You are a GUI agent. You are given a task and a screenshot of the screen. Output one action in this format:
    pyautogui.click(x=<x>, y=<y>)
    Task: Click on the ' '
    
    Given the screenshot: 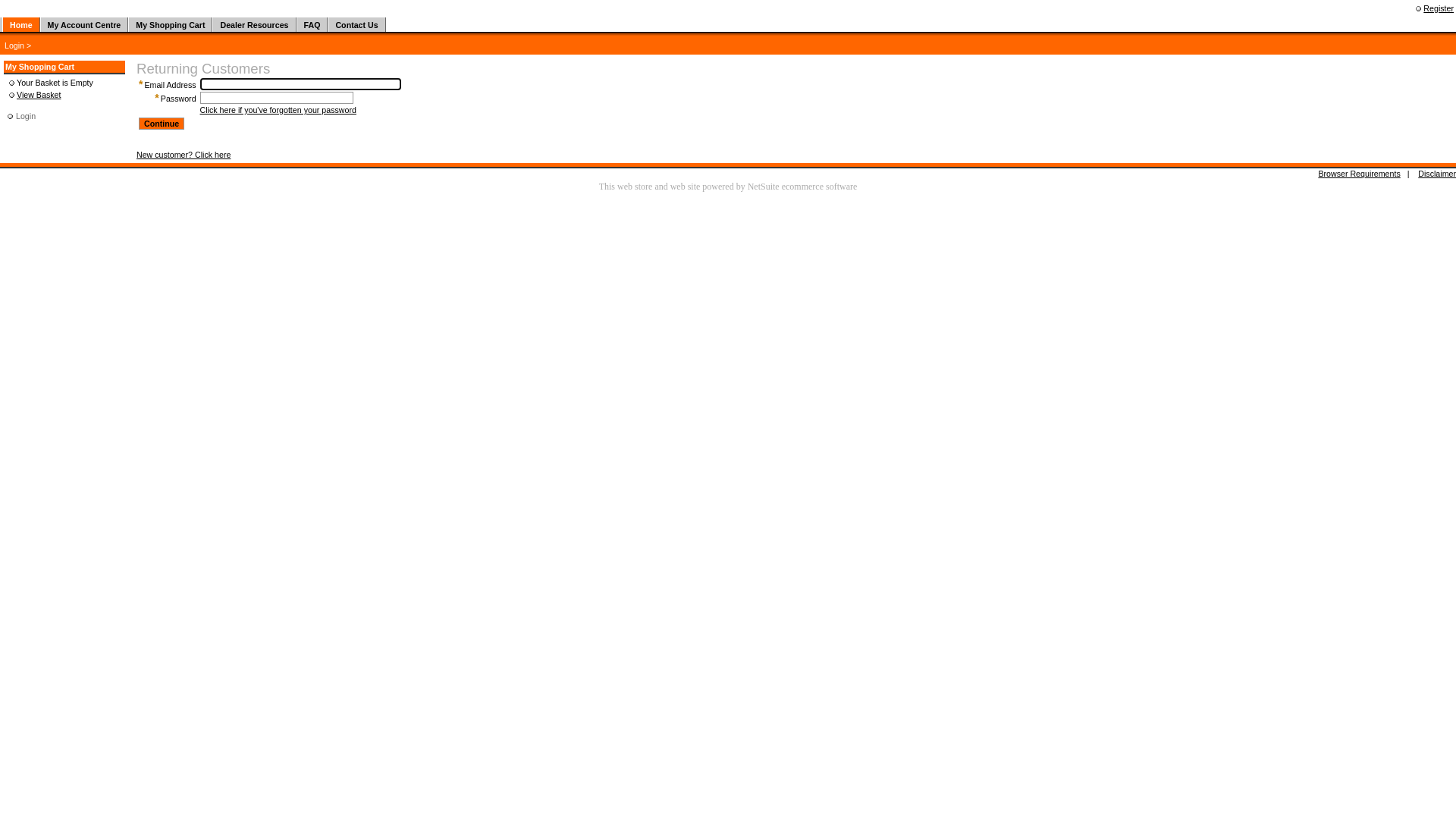 What is the action you would take?
    pyautogui.click(x=2, y=24)
    